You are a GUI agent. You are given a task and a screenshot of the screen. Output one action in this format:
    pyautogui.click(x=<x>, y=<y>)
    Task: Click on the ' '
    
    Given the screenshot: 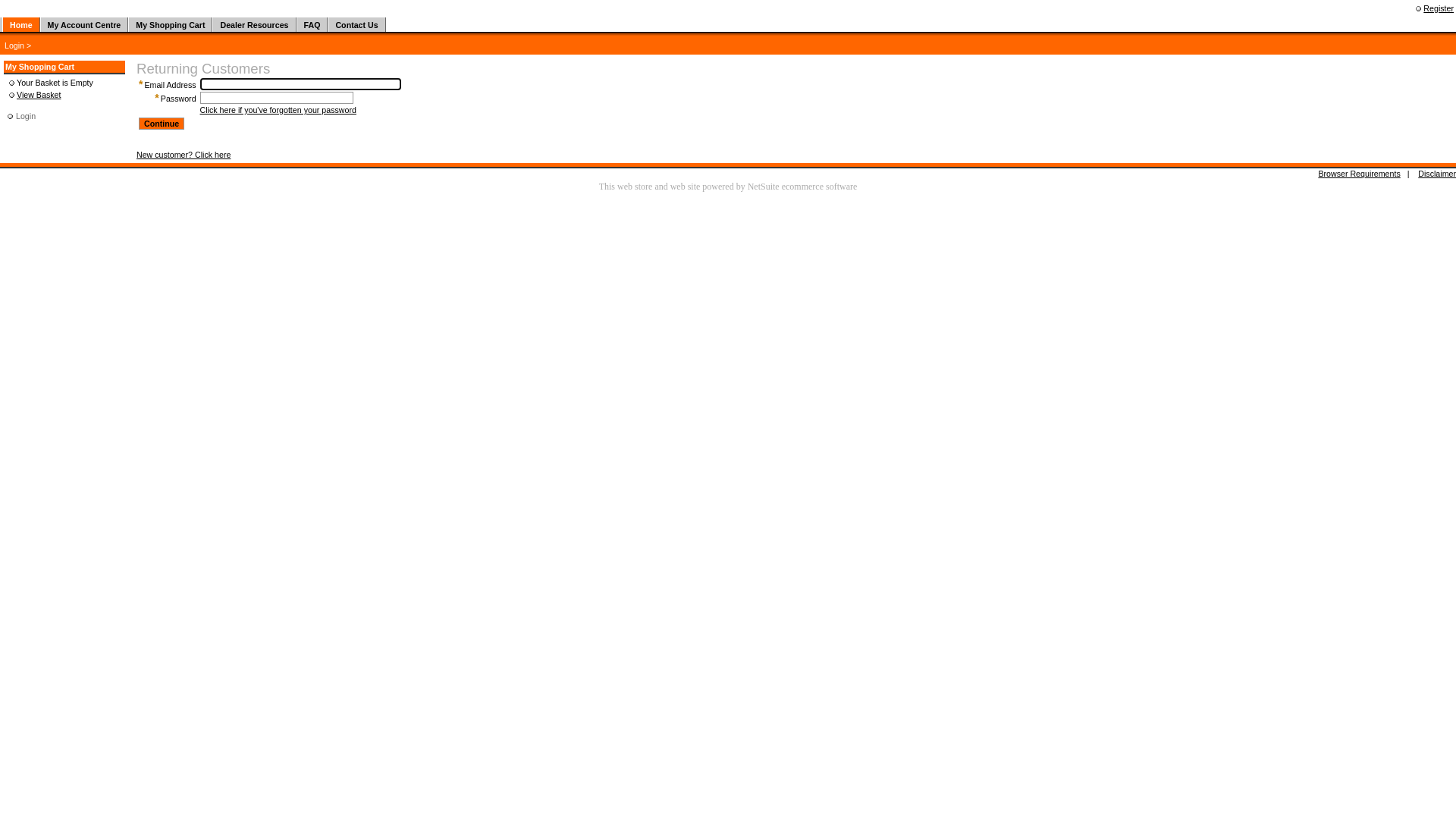 What is the action you would take?
    pyautogui.click(x=2, y=24)
    